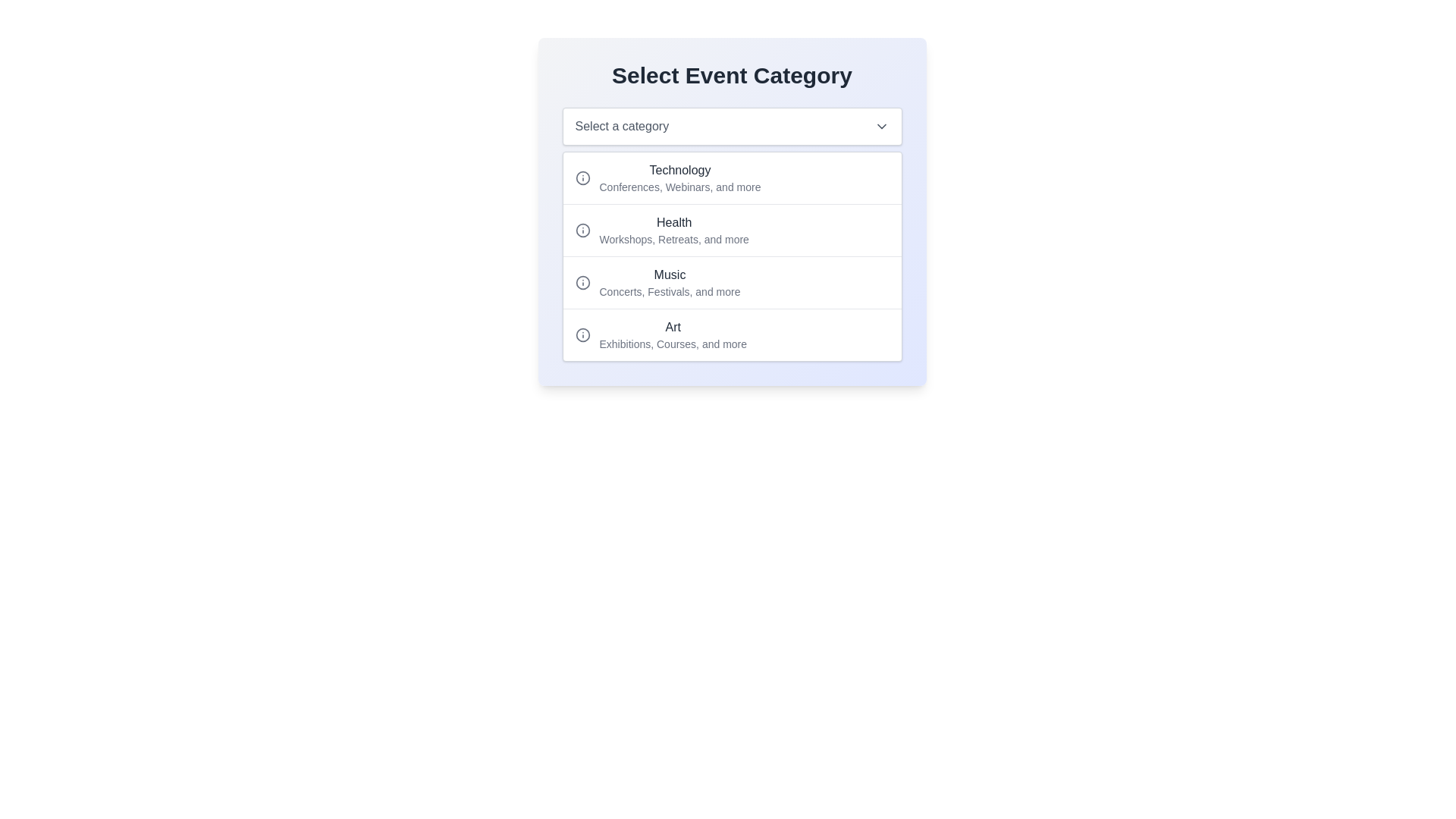  Describe the element at coordinates (732, 334) in the screenshot. I see `the fourth list item under 'Select Event Category' with the title 'Art'` at that location.